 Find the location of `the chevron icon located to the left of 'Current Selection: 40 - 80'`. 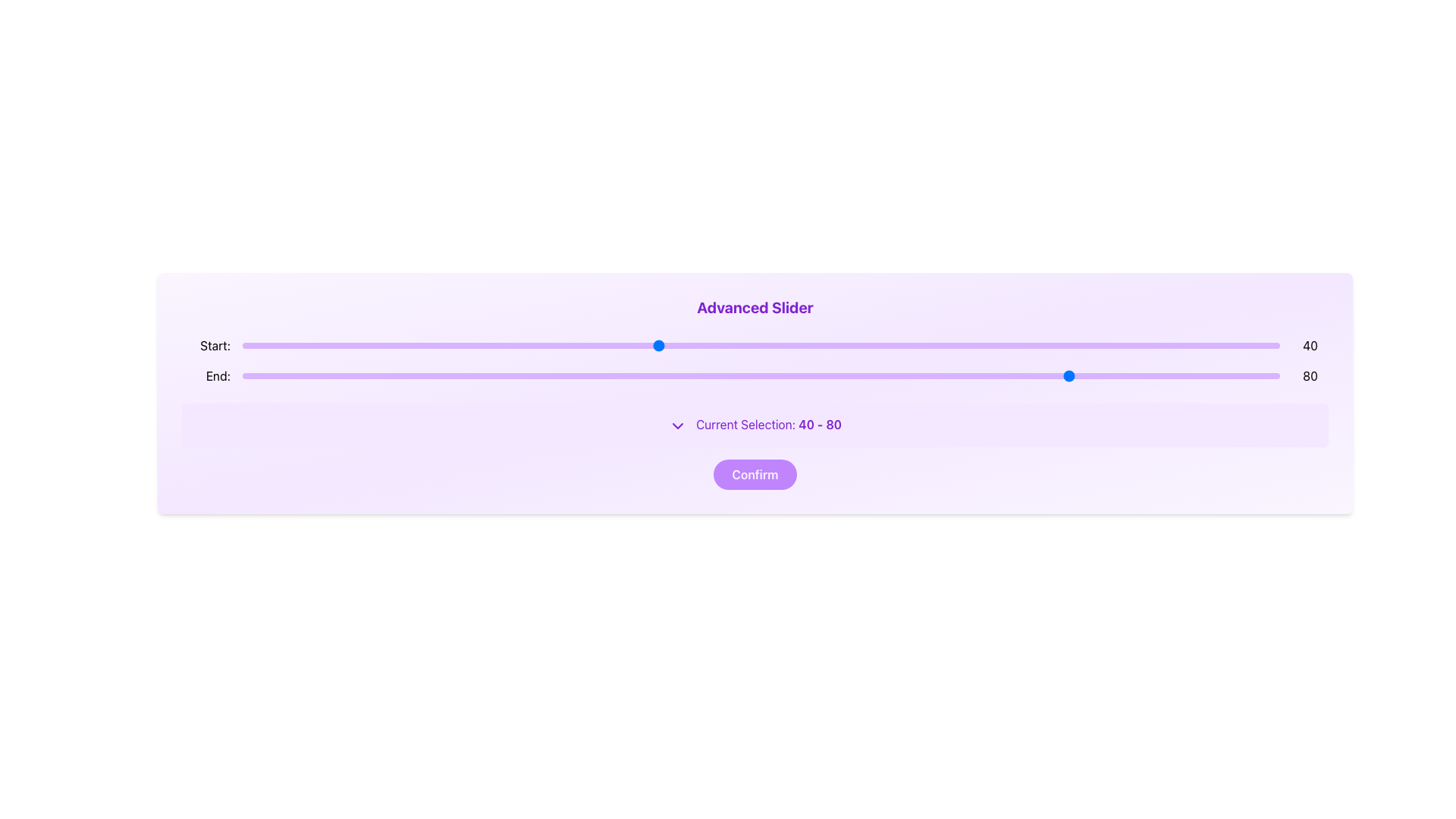

the chevron icon located to the left of 'Current Selection: 40 - 80' is located at coordinates (676, 425).